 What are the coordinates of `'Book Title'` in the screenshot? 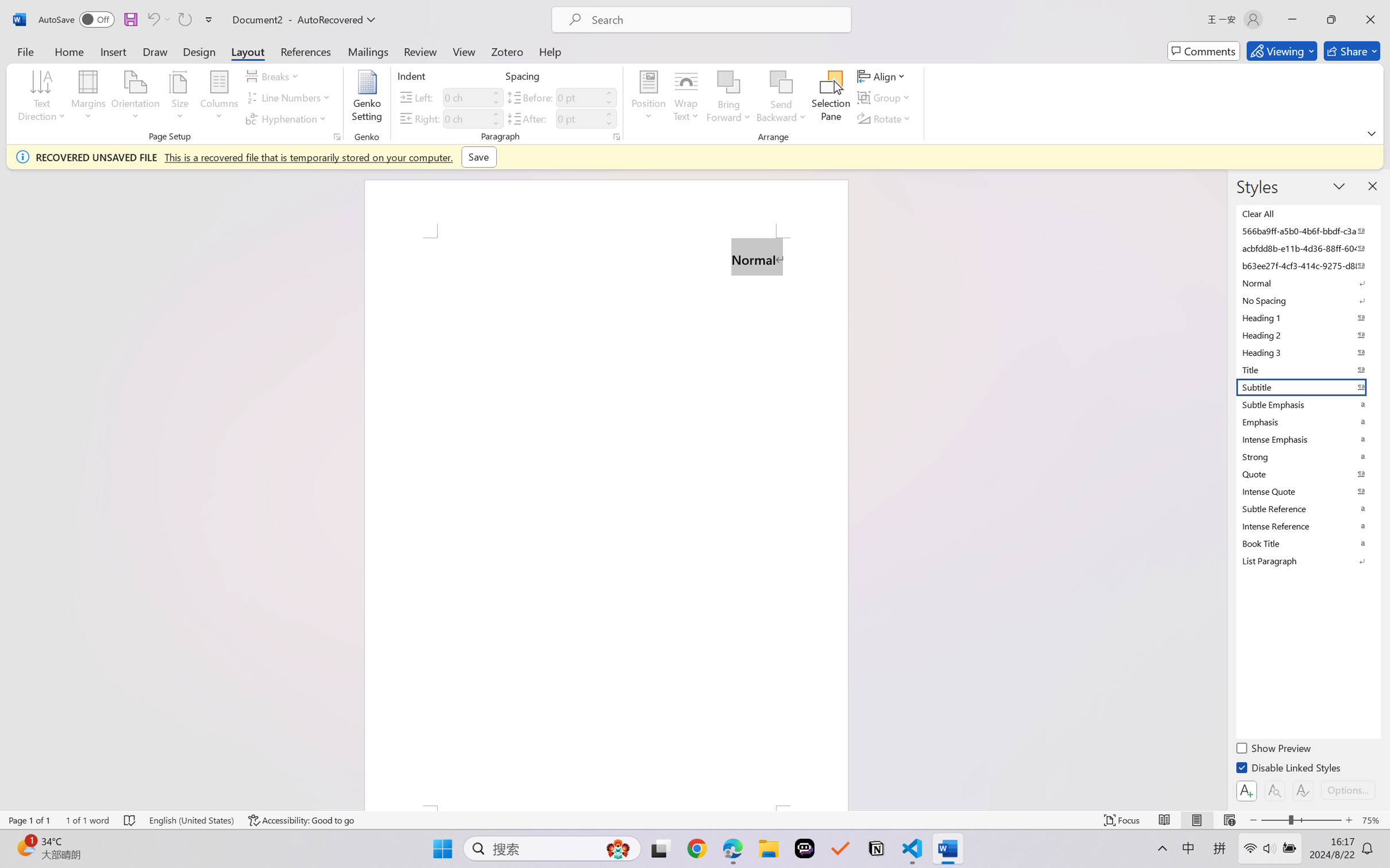 It's located at (1307, 543).